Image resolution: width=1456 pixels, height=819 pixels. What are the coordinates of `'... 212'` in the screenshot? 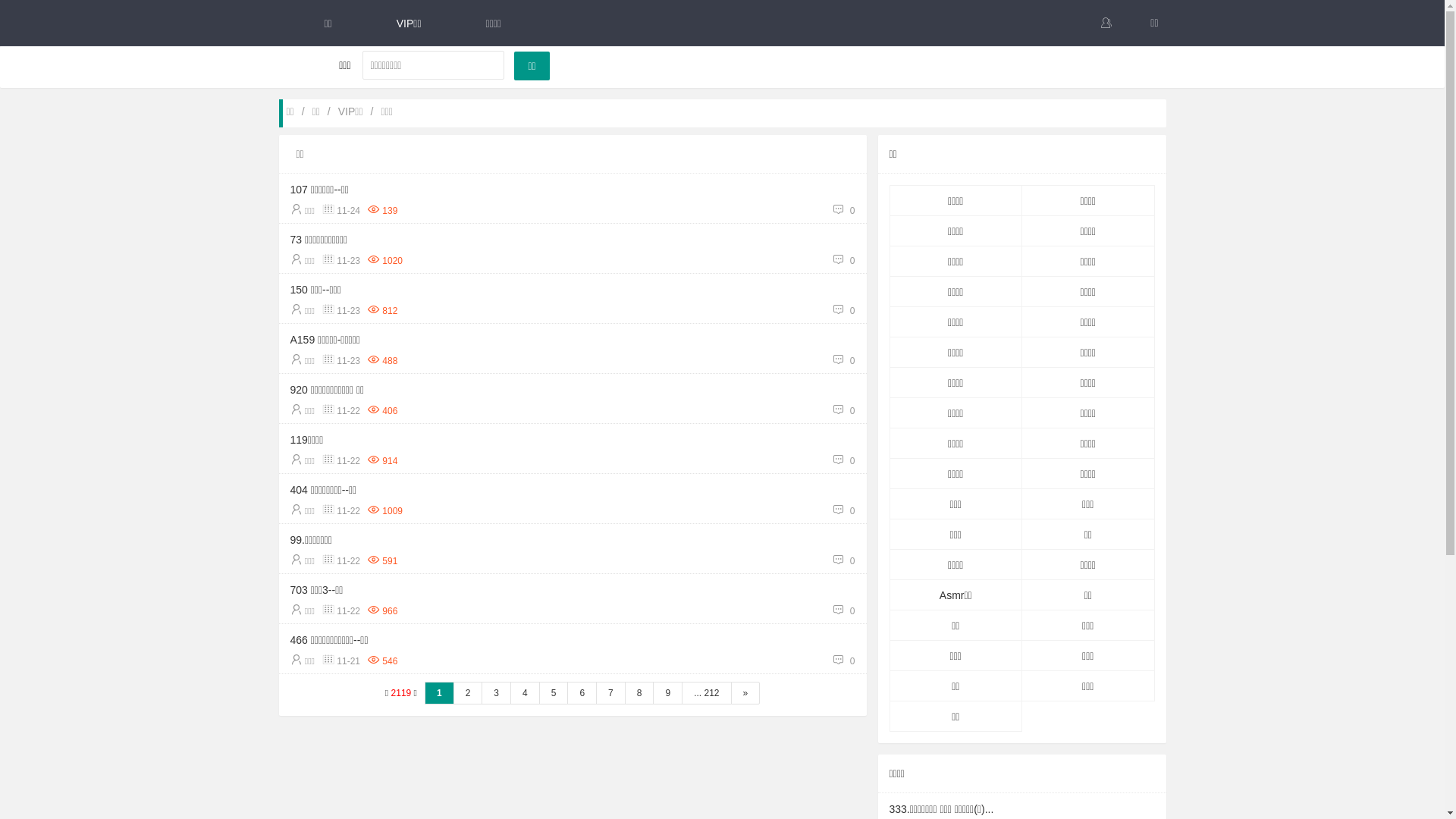 It's located at (705, 693).